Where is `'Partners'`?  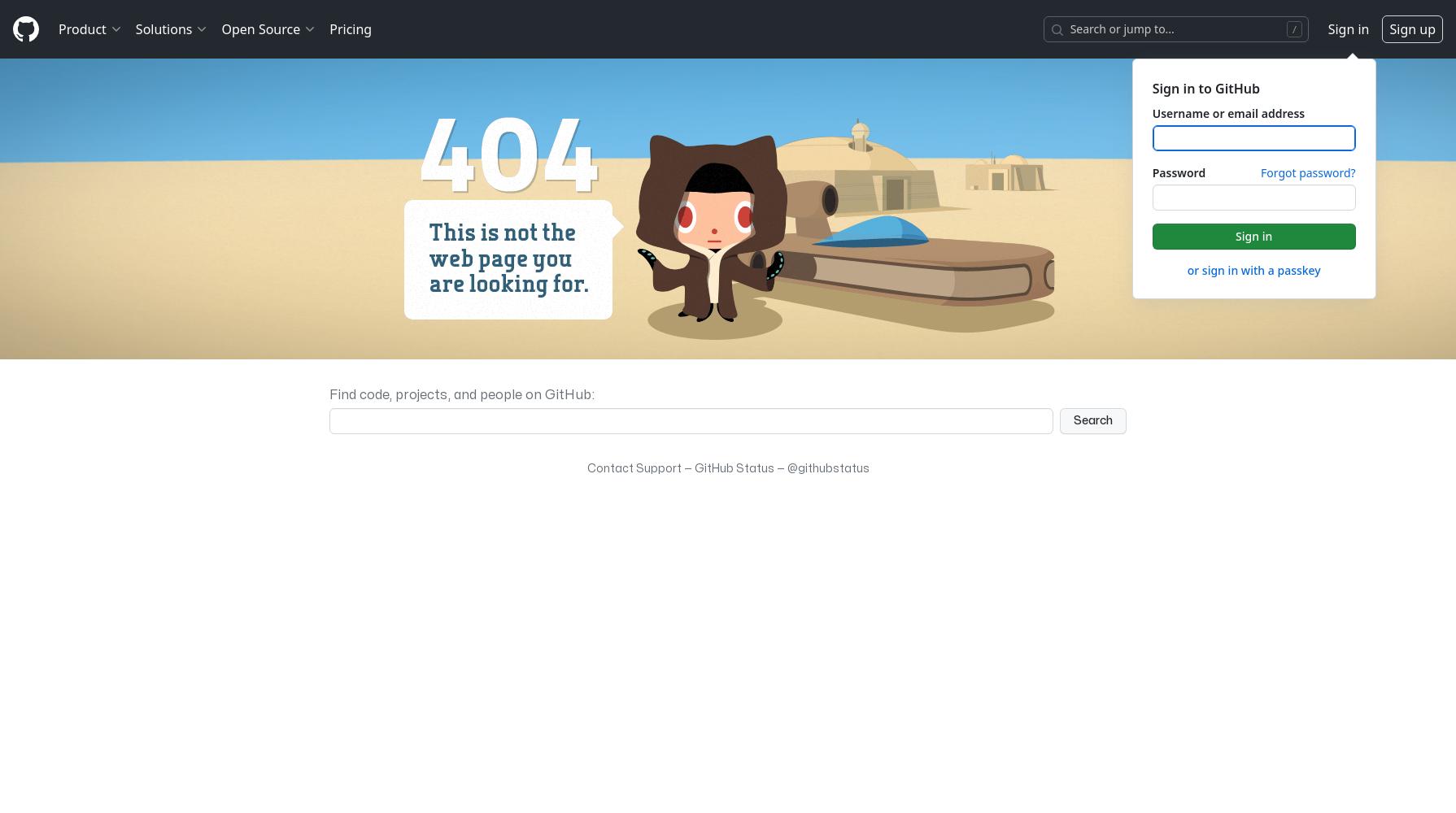 'Partners' is located at coordinates (160, 463).